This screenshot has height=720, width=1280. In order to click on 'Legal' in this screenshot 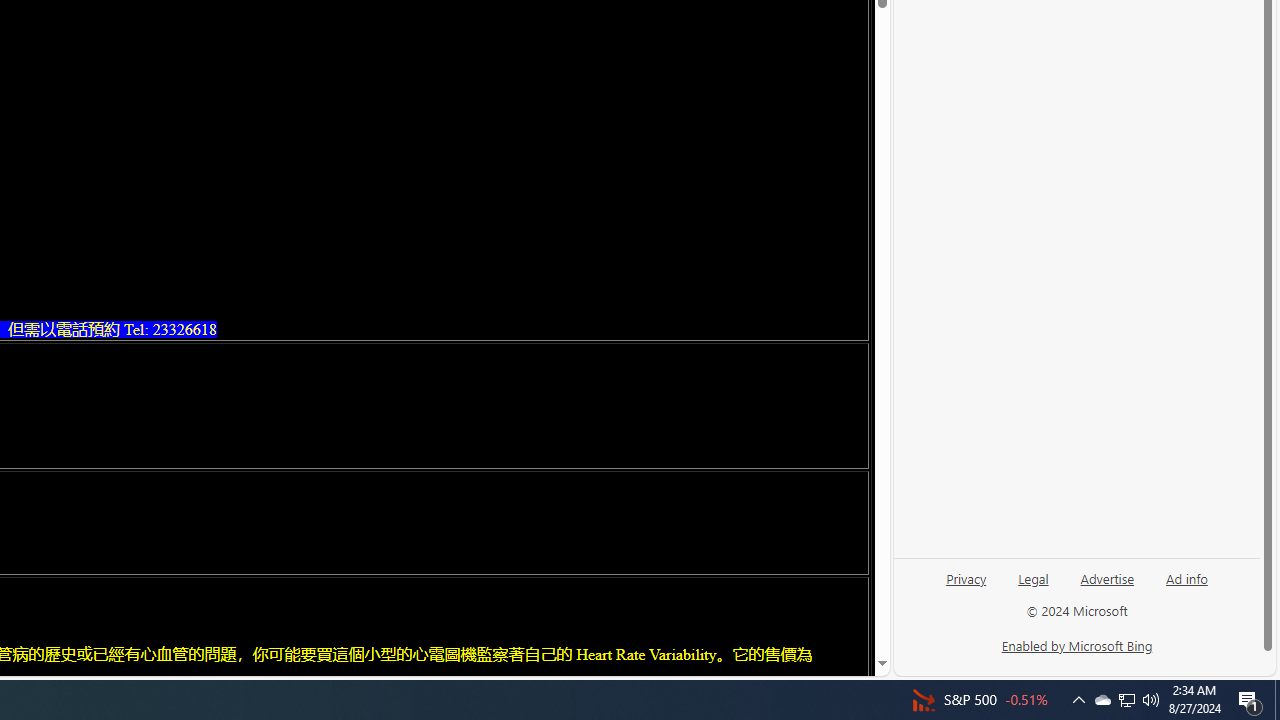, I will do `click(1033, 577)`.